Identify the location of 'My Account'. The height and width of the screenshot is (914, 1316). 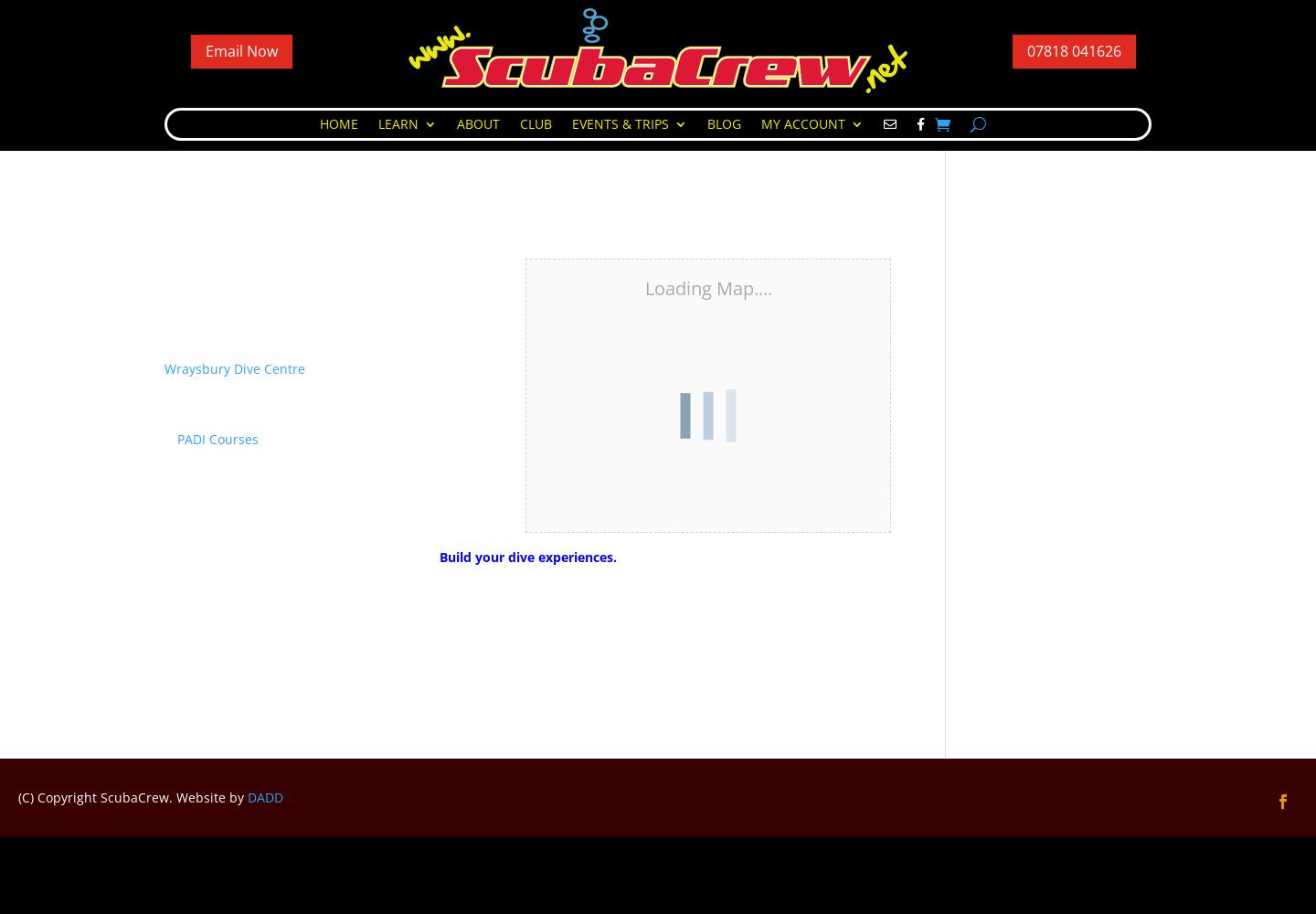
(801, 123).